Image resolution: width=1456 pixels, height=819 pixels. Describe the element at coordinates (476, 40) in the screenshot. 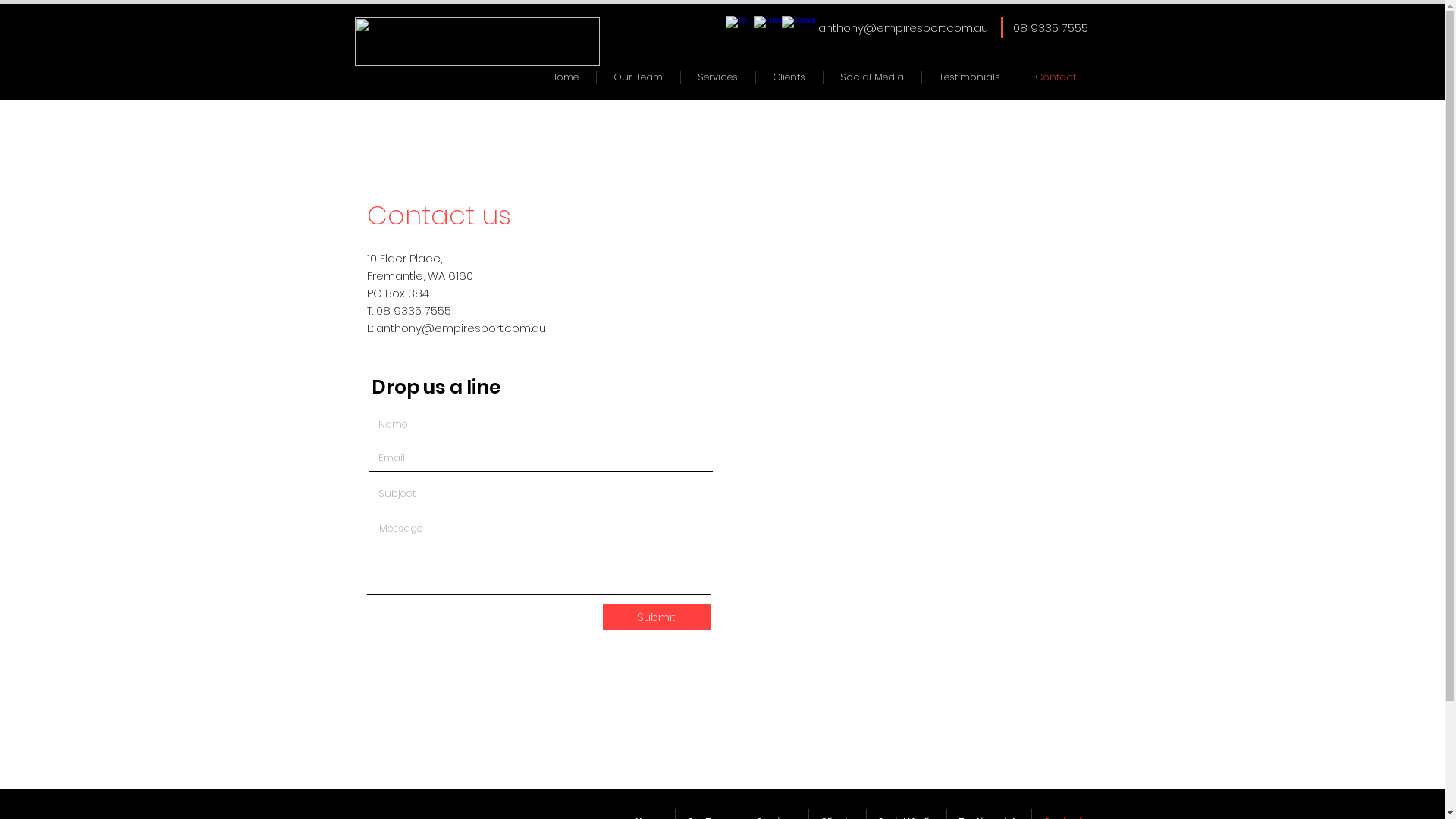

I see `'empire sport man-Artboard 1 copy.png'` at that location.